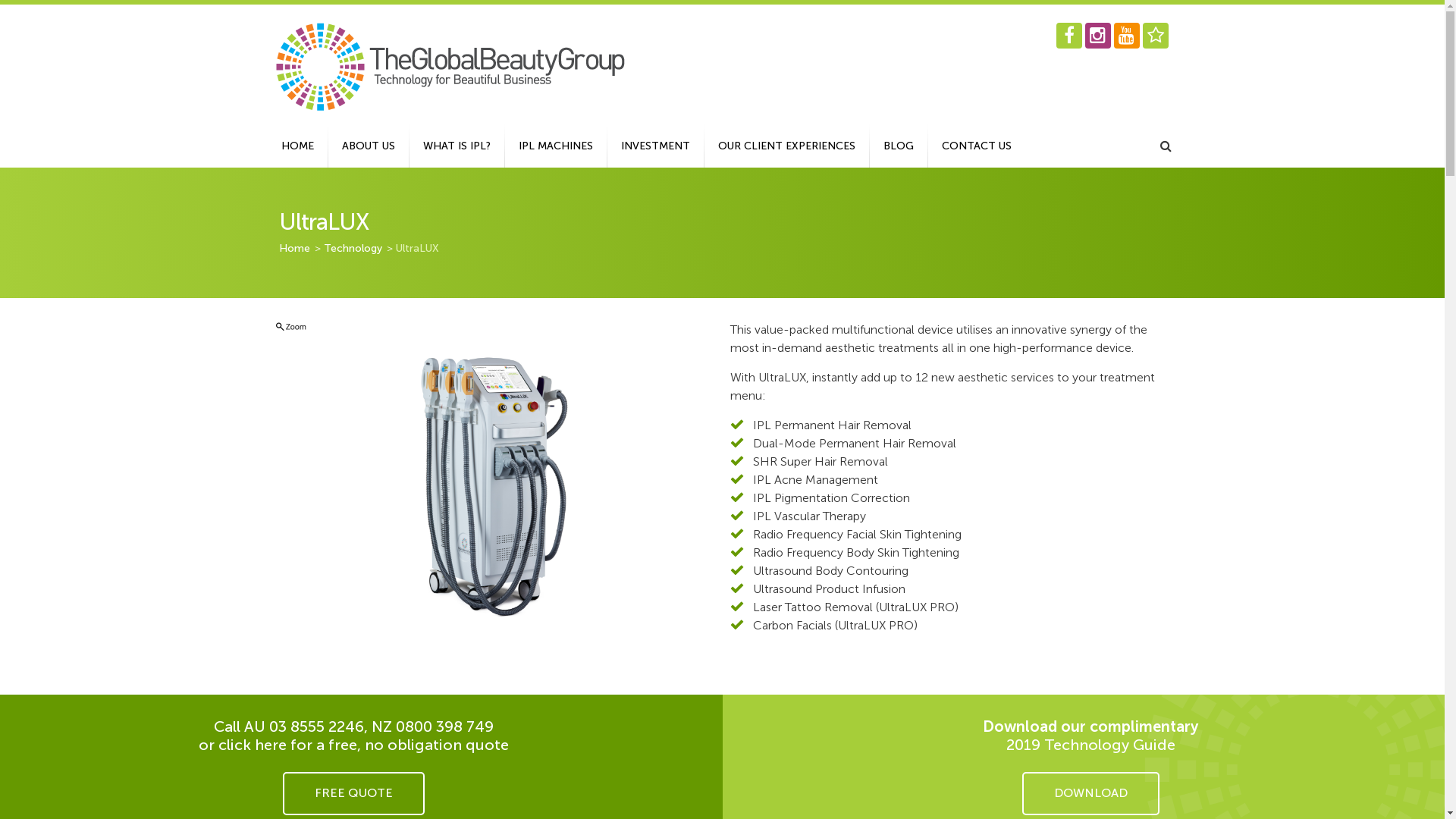  Describe the element at coordinates (976, 146) in the screenshot. I see `'CONTACT US'` at that location.